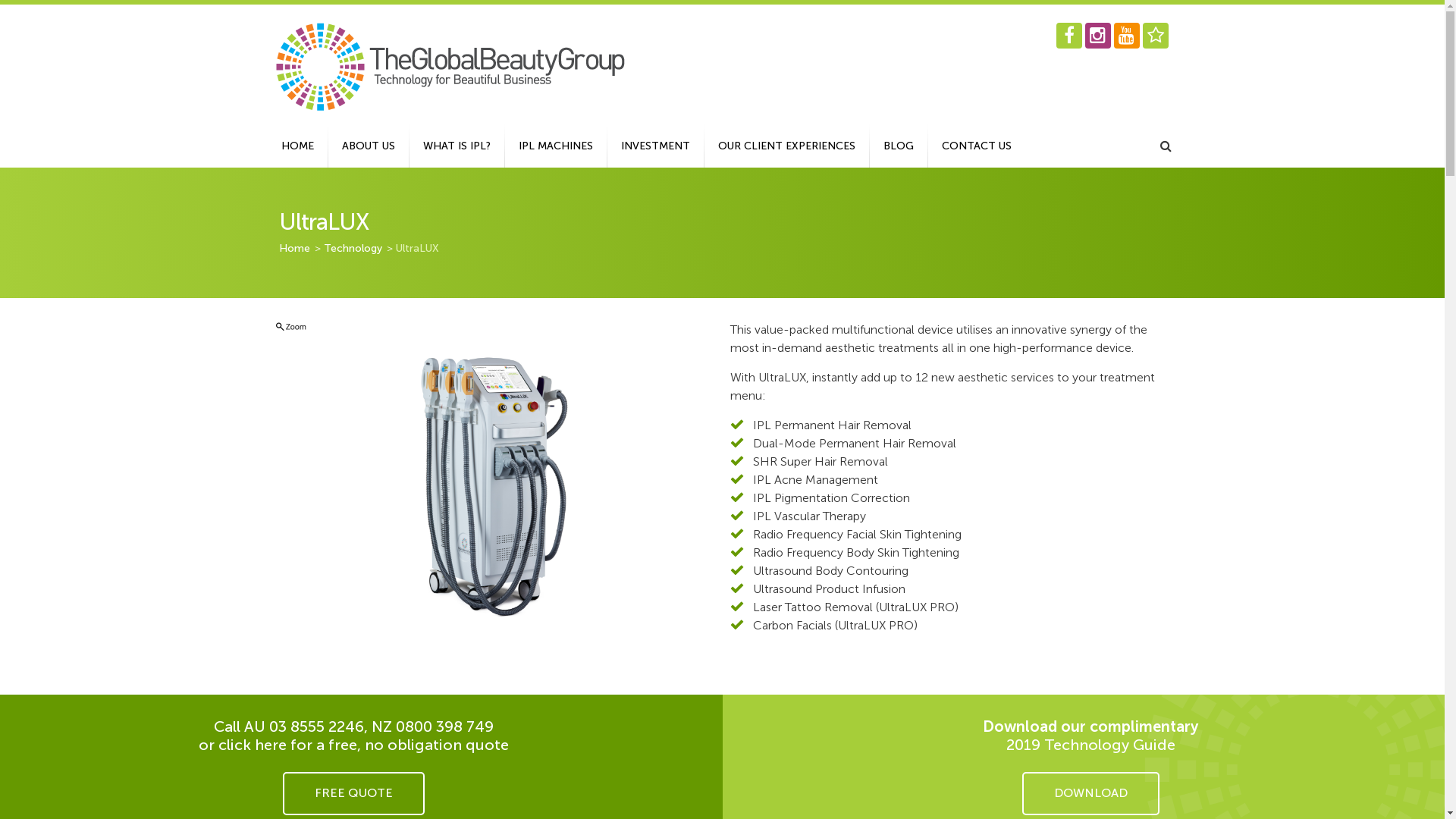  Describe the element at coordinates (976, 146) in the screenshot. I see `'CONTACT US'` at that location.